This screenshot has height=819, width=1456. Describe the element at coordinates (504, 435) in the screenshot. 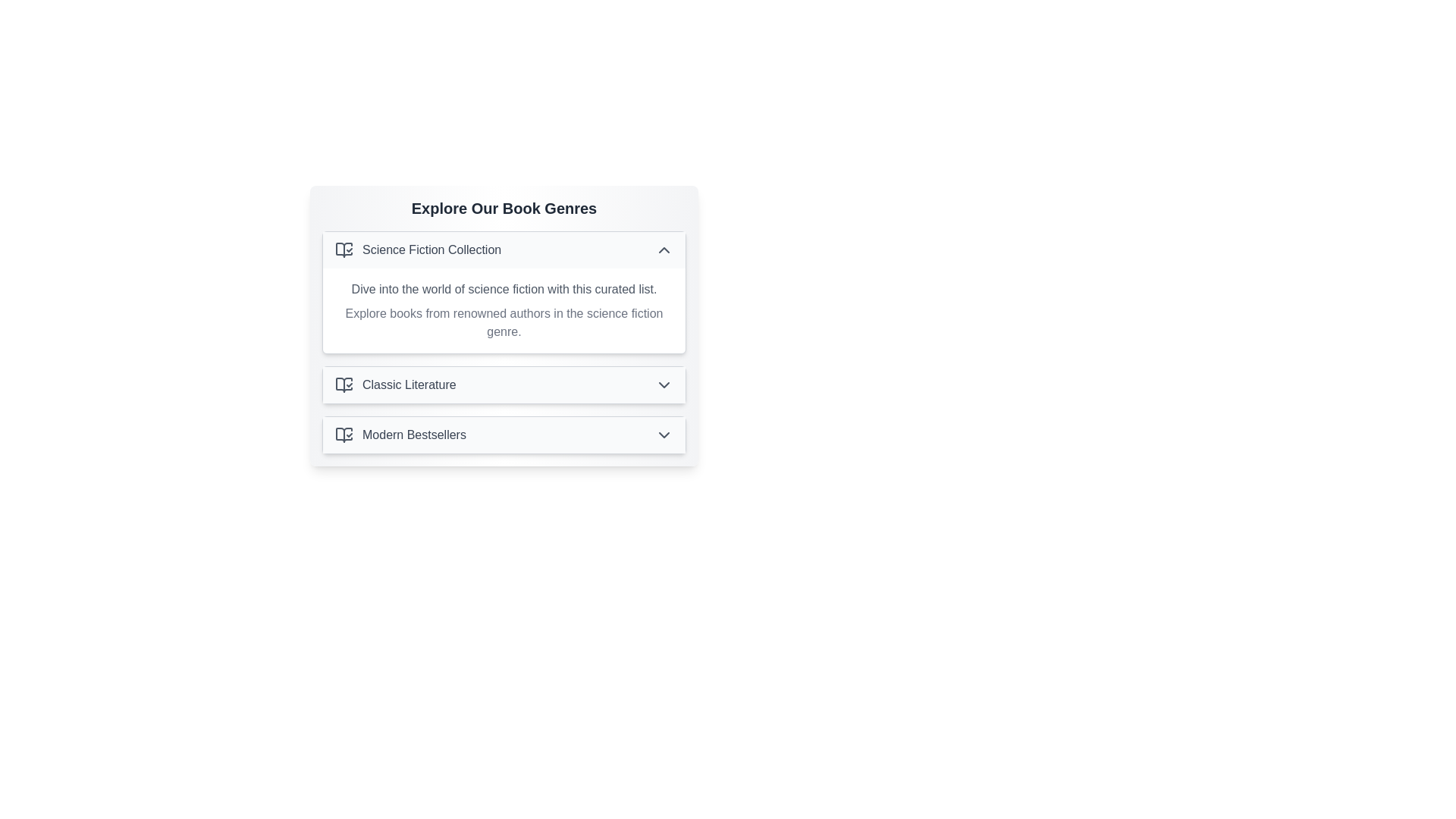

I see `the last item in the vertical list, the CollapsibleHeader labeled 'Modern Bestsellers', to trigger hover effects` at that location.